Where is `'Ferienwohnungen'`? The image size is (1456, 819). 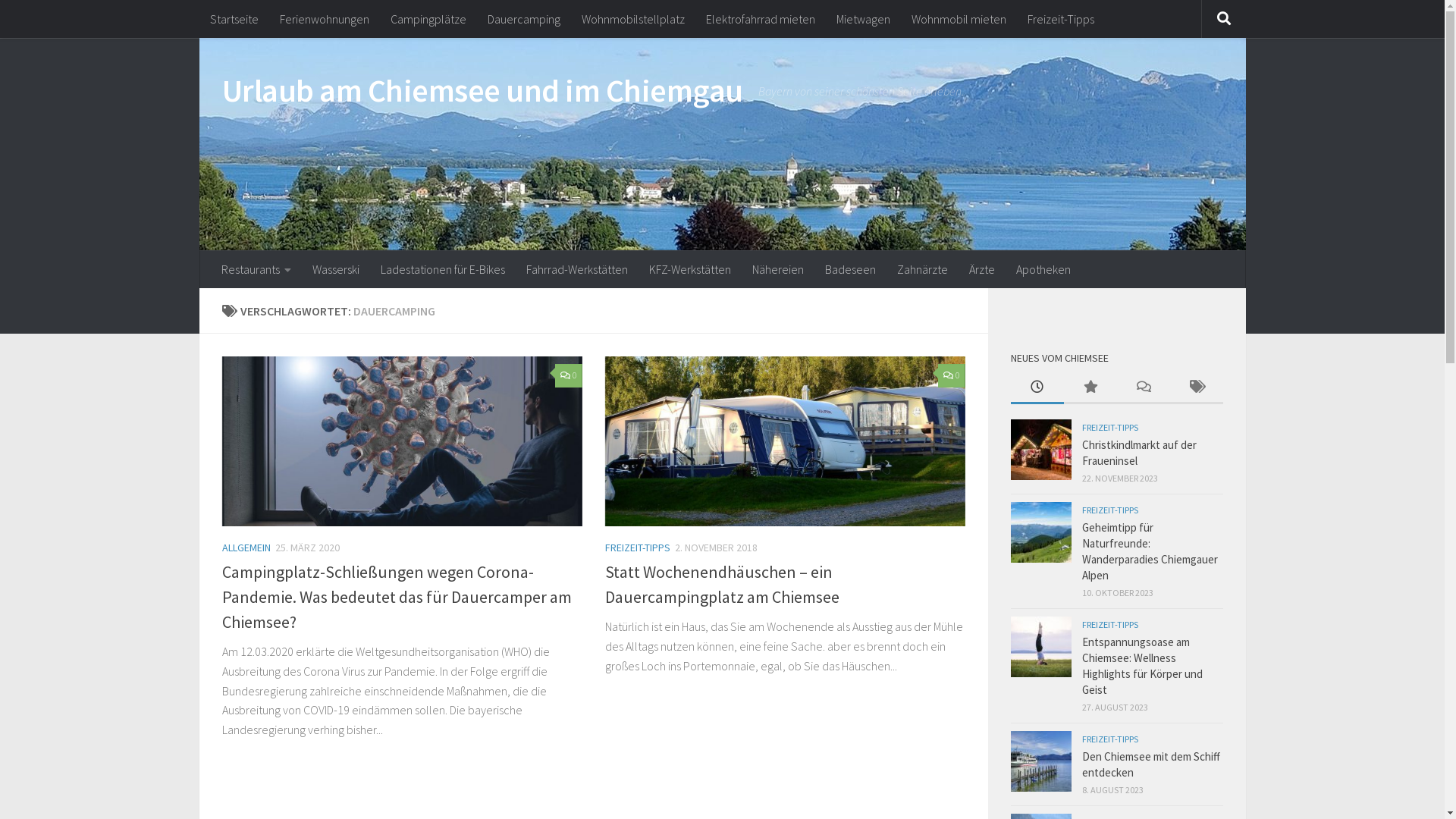 'Ferienwohnungen' is located at coordinates (268, 18).